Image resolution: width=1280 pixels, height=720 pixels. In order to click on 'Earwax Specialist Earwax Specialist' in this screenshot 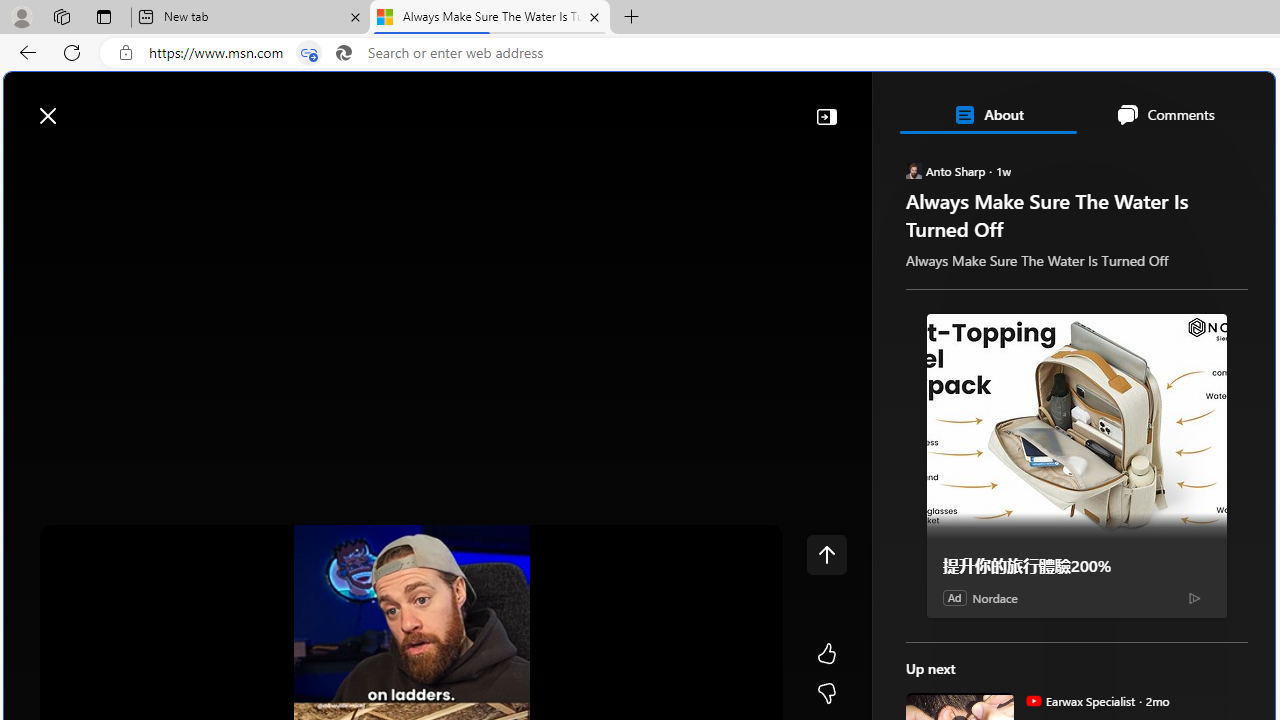, I will do `click(1079, 699)`.